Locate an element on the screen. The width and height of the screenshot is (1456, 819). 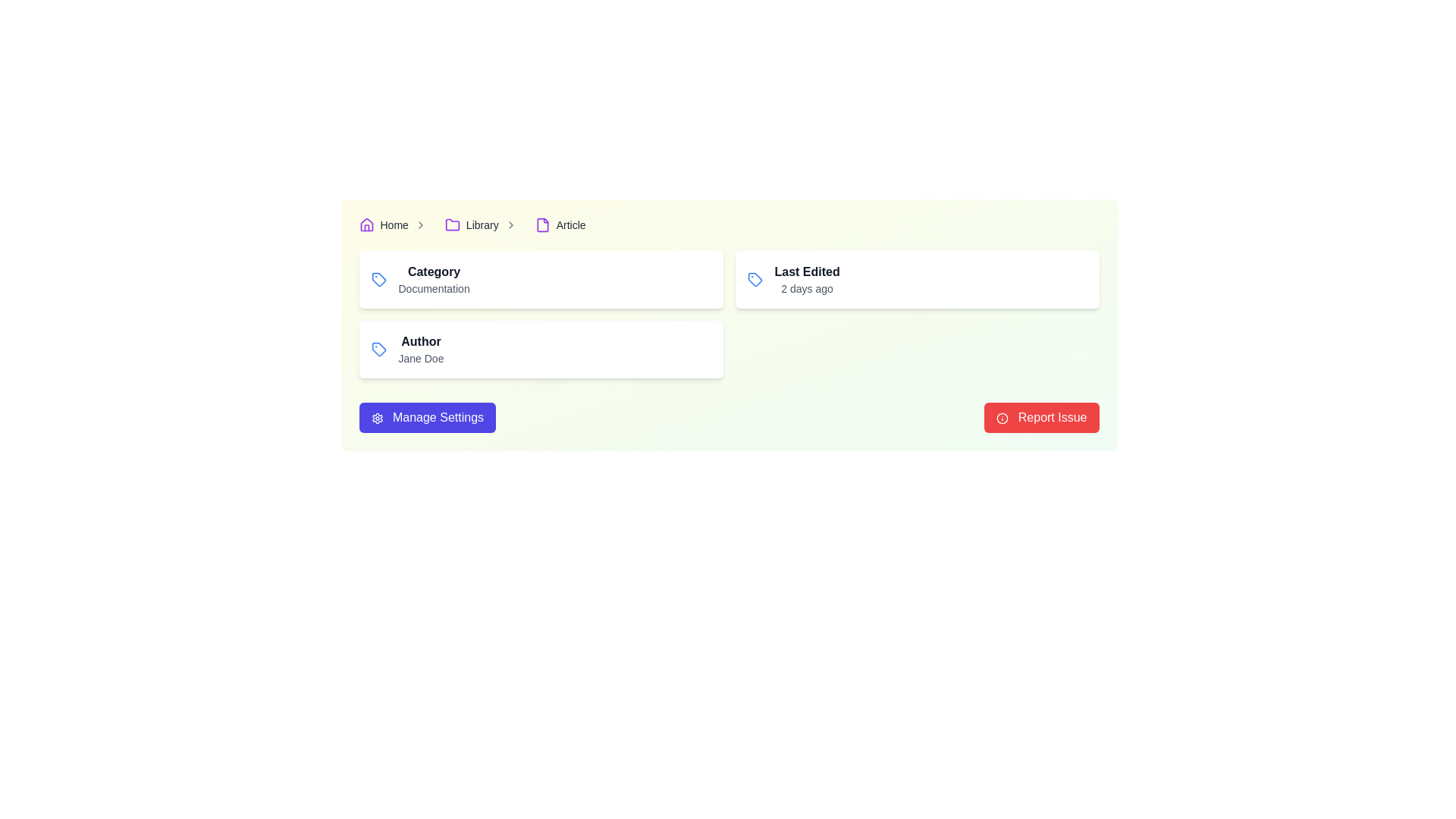
the static text element that indicates the editing timestamp property, located in the upper-right side of the interface near the 'Author' card is located at coordinates (806, 271).